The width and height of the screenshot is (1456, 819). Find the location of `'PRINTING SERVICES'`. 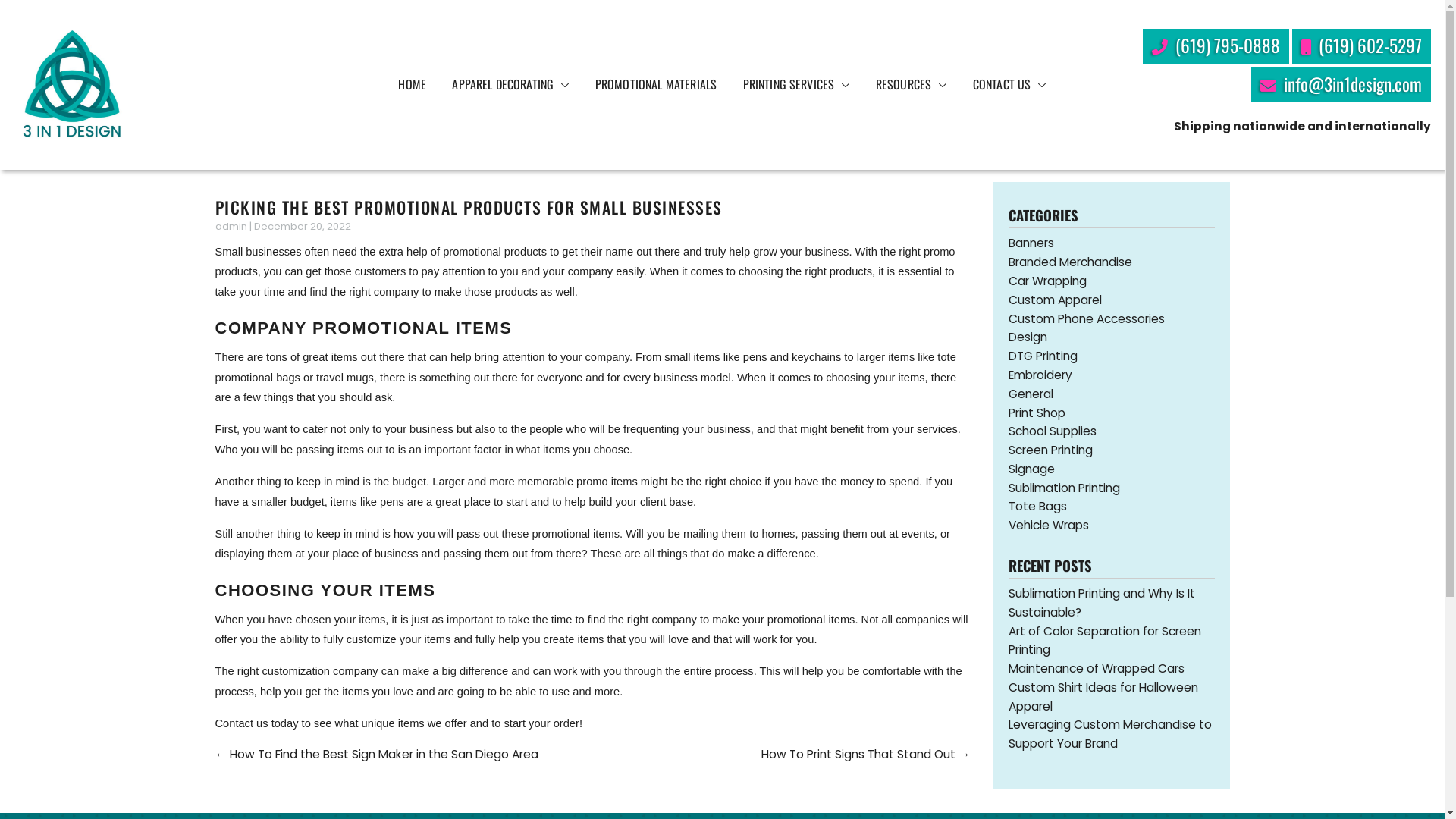

'PRINTING SERVICES' is located at coordinates (795, 84).